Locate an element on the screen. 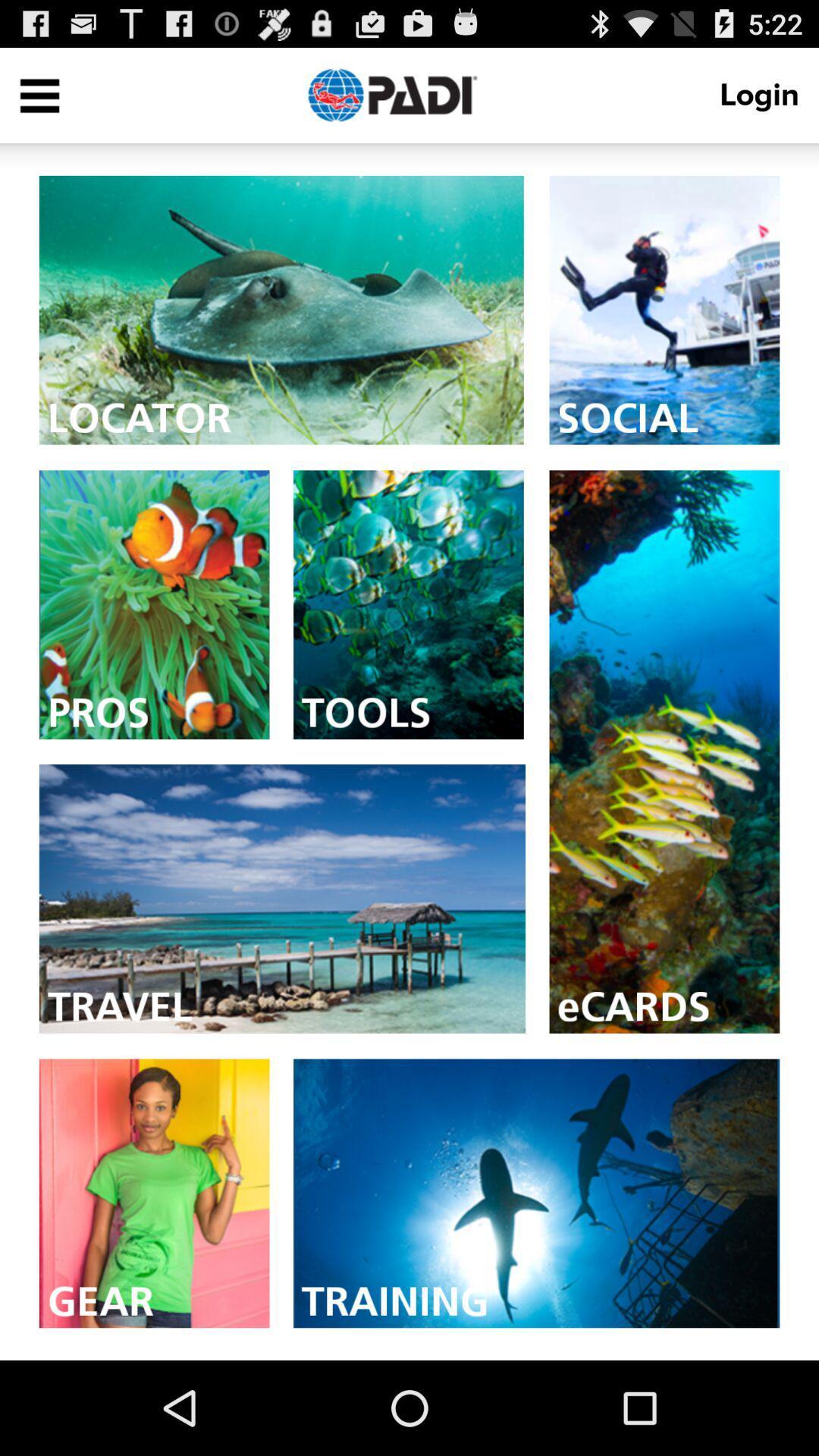  item at the top left corner is located at coordinates (39, 94).